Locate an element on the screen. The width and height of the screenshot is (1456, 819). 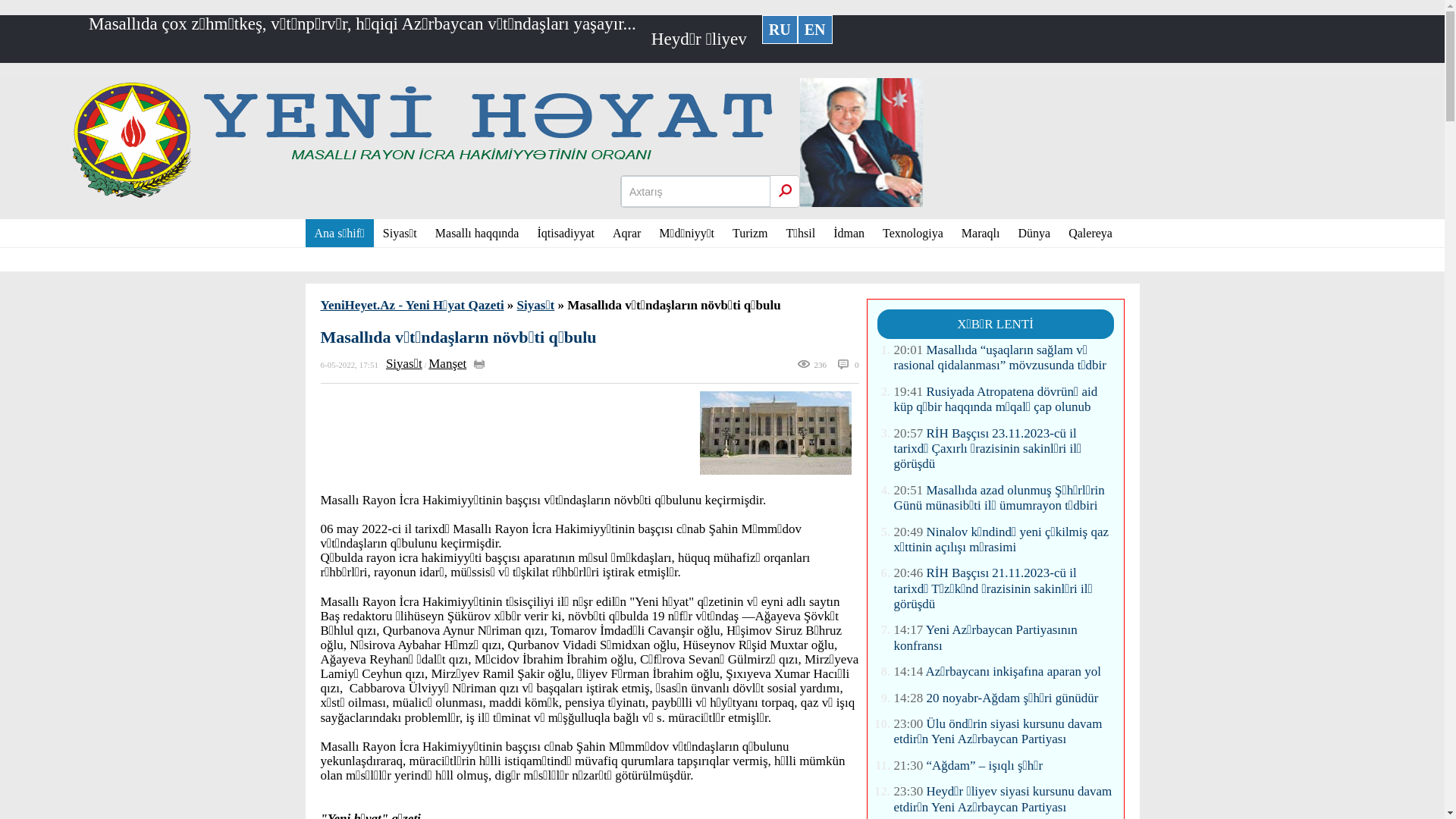
'Aqrar' is located at coordinates (603, 233).